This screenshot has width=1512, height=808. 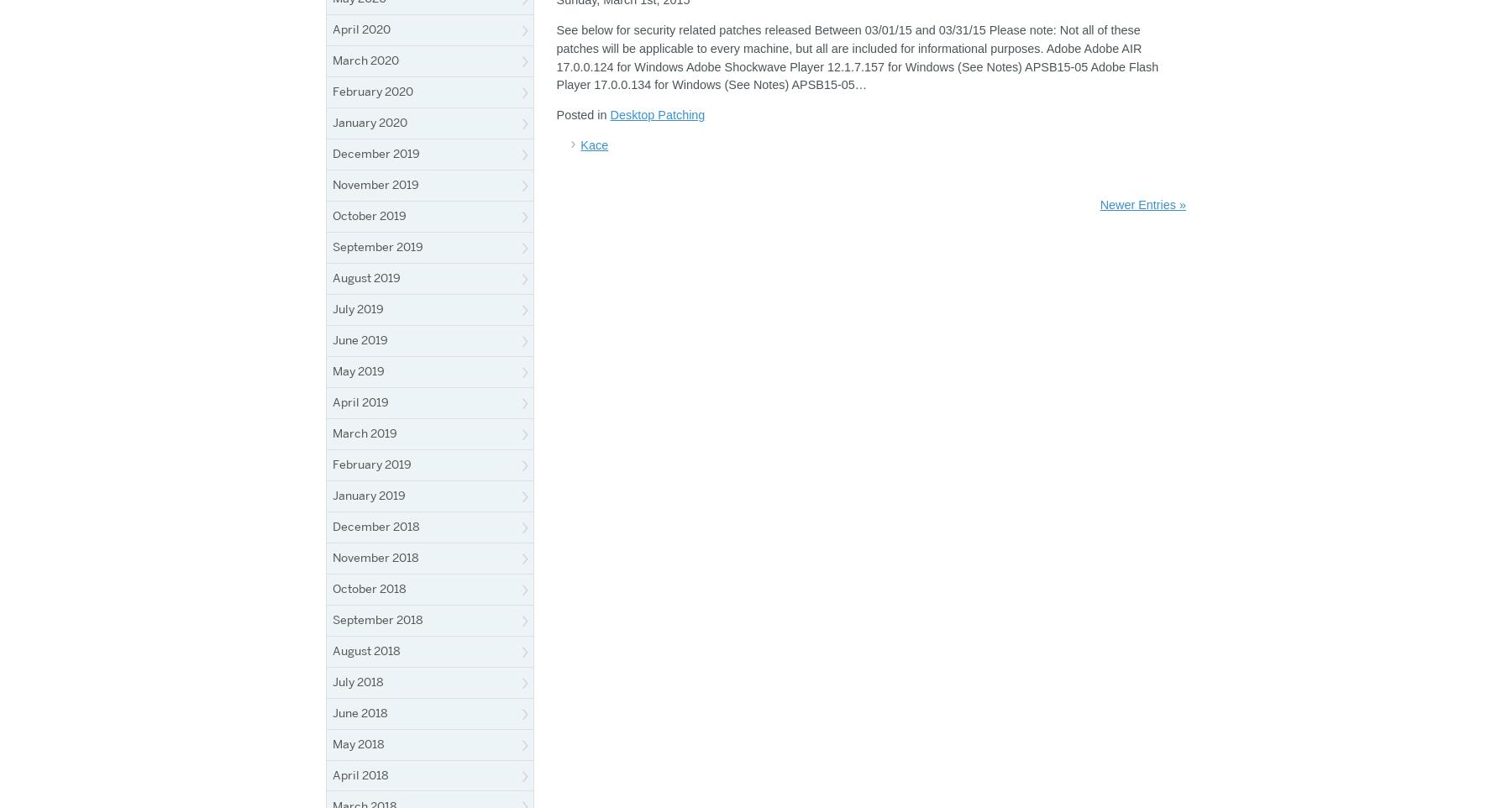 I want to click on 'Desktop Patching', so click(x=656, y=113).